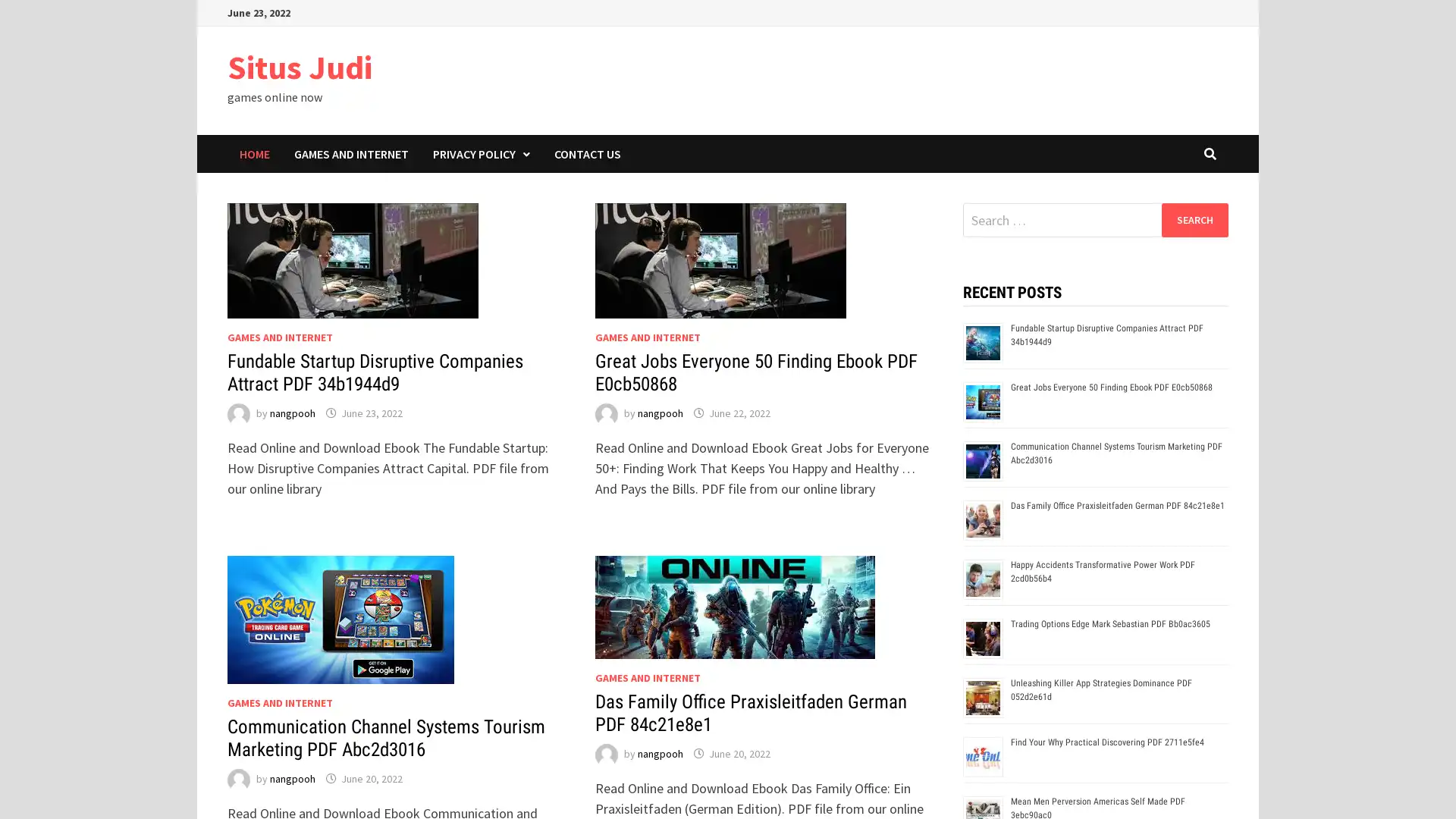  What do you see at coordinates (1194, 219) in the screenshot?
I see `Search` at bounding box center [1194, 219].